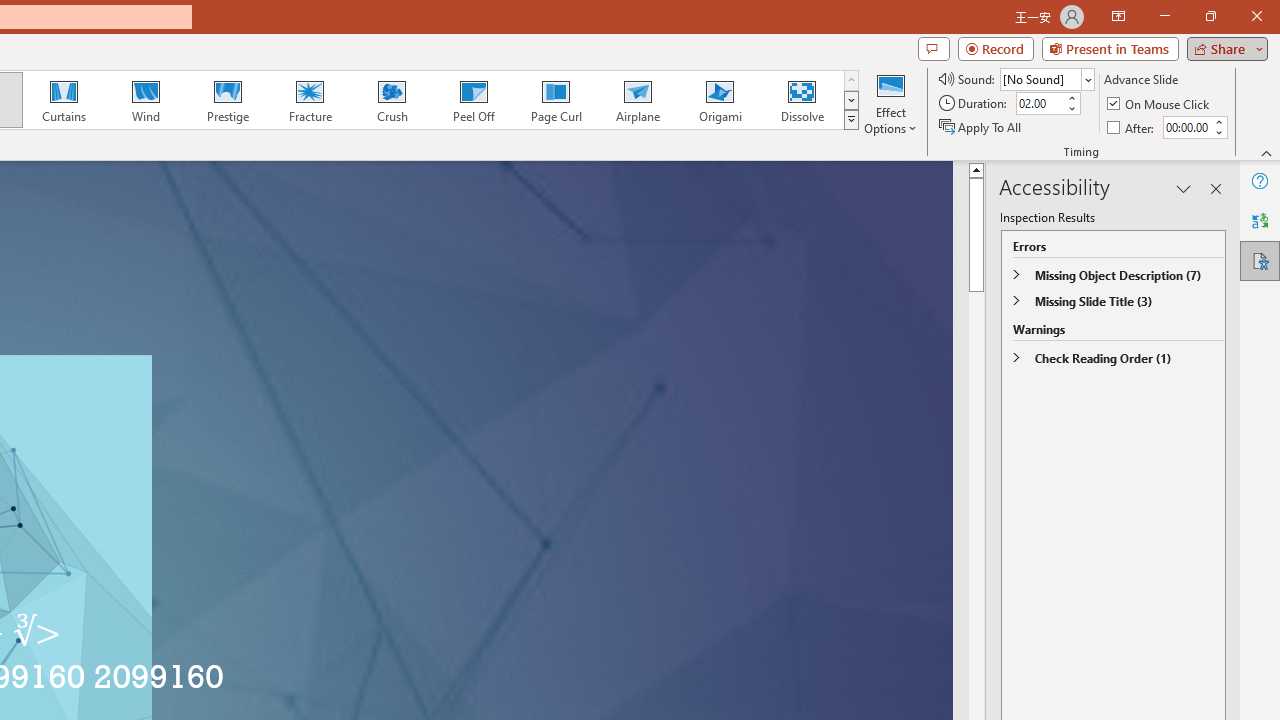  What do you see at coordinates (308, 100) in the screenshot?
I see `'Fracture'` at bounding box center [308, 100].